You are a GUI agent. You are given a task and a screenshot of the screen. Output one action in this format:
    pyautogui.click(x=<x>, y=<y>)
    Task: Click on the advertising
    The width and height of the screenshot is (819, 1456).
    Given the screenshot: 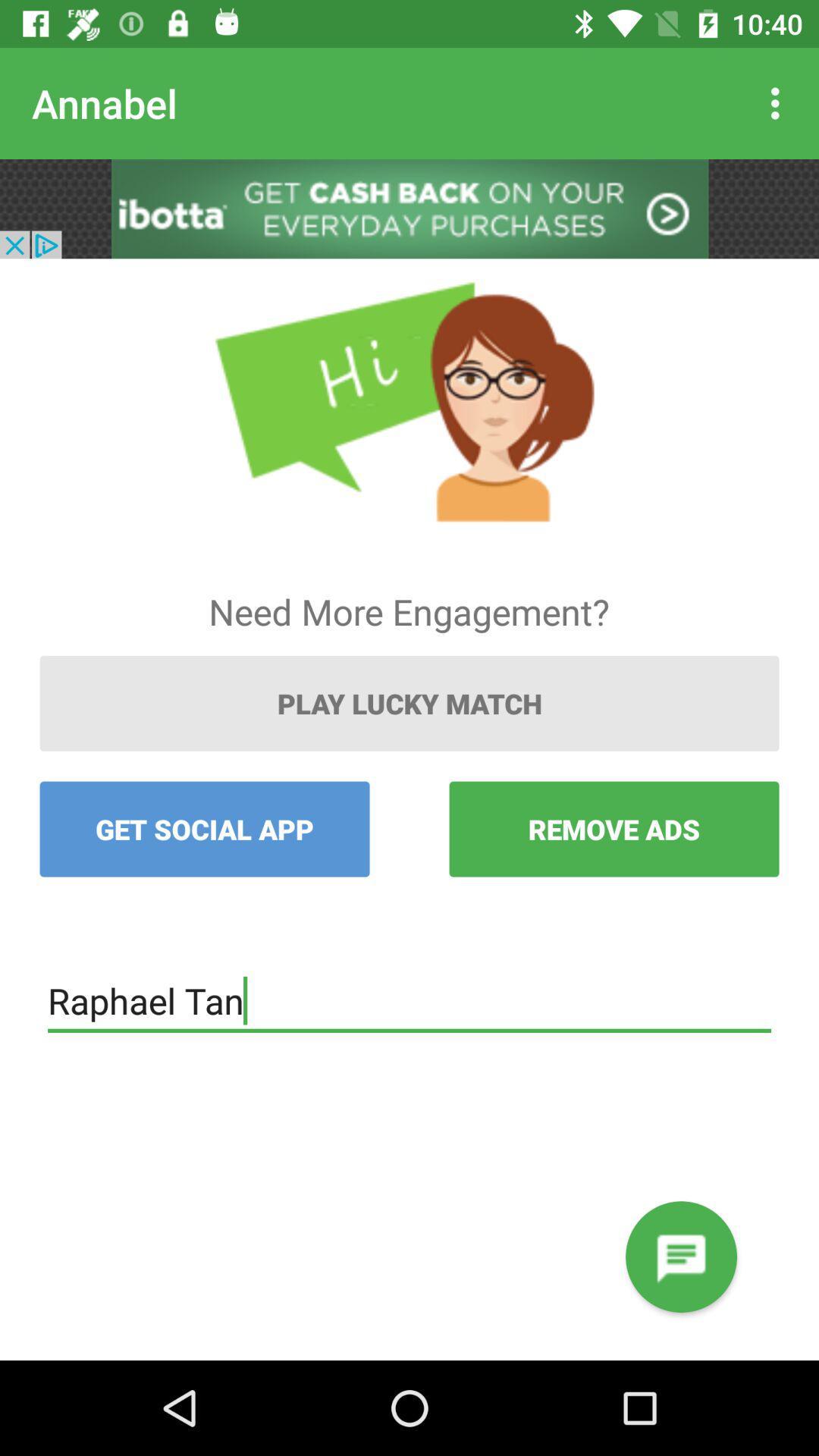 What is the action you would take?
    pyautogui.click(x=409, y=208)
    